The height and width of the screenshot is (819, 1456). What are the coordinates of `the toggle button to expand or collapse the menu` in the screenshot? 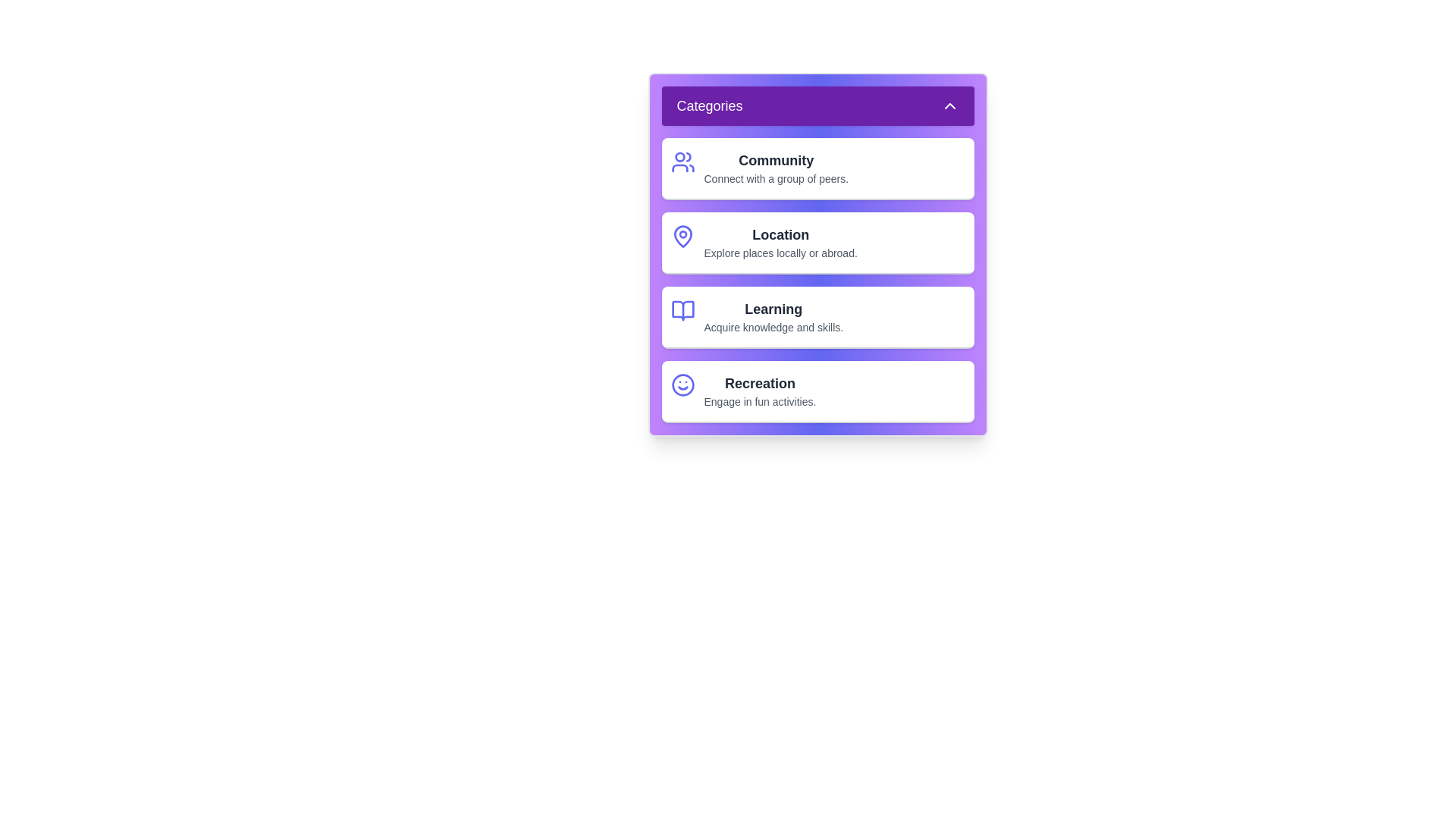 It's located at (817, 105).